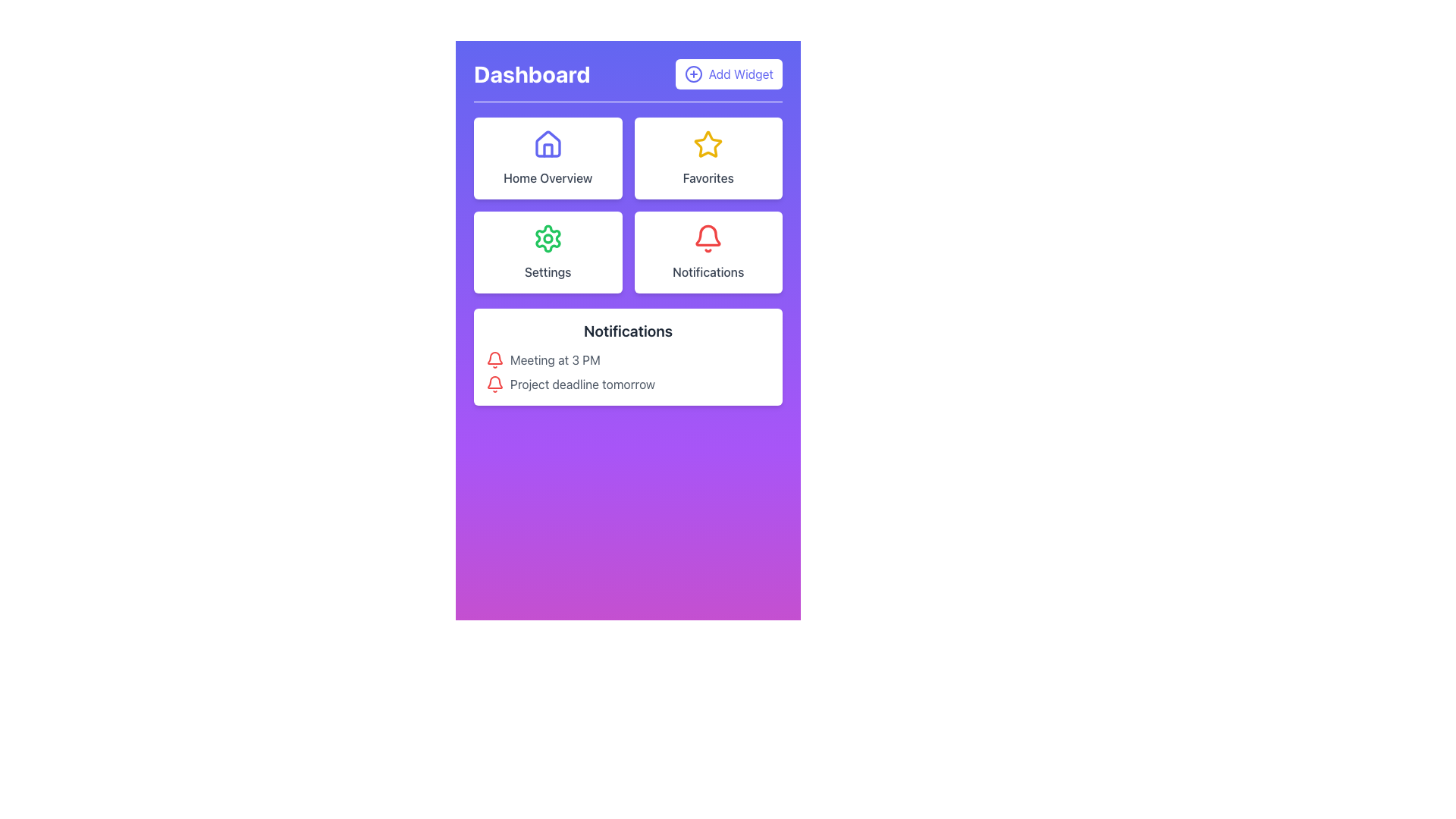  Describe the element at coordinates (494, 359) in the screenshot. I see `the stylized red bell icon located to the left of the text 'Meeting at 3 PM' in the notifications section` at that location.